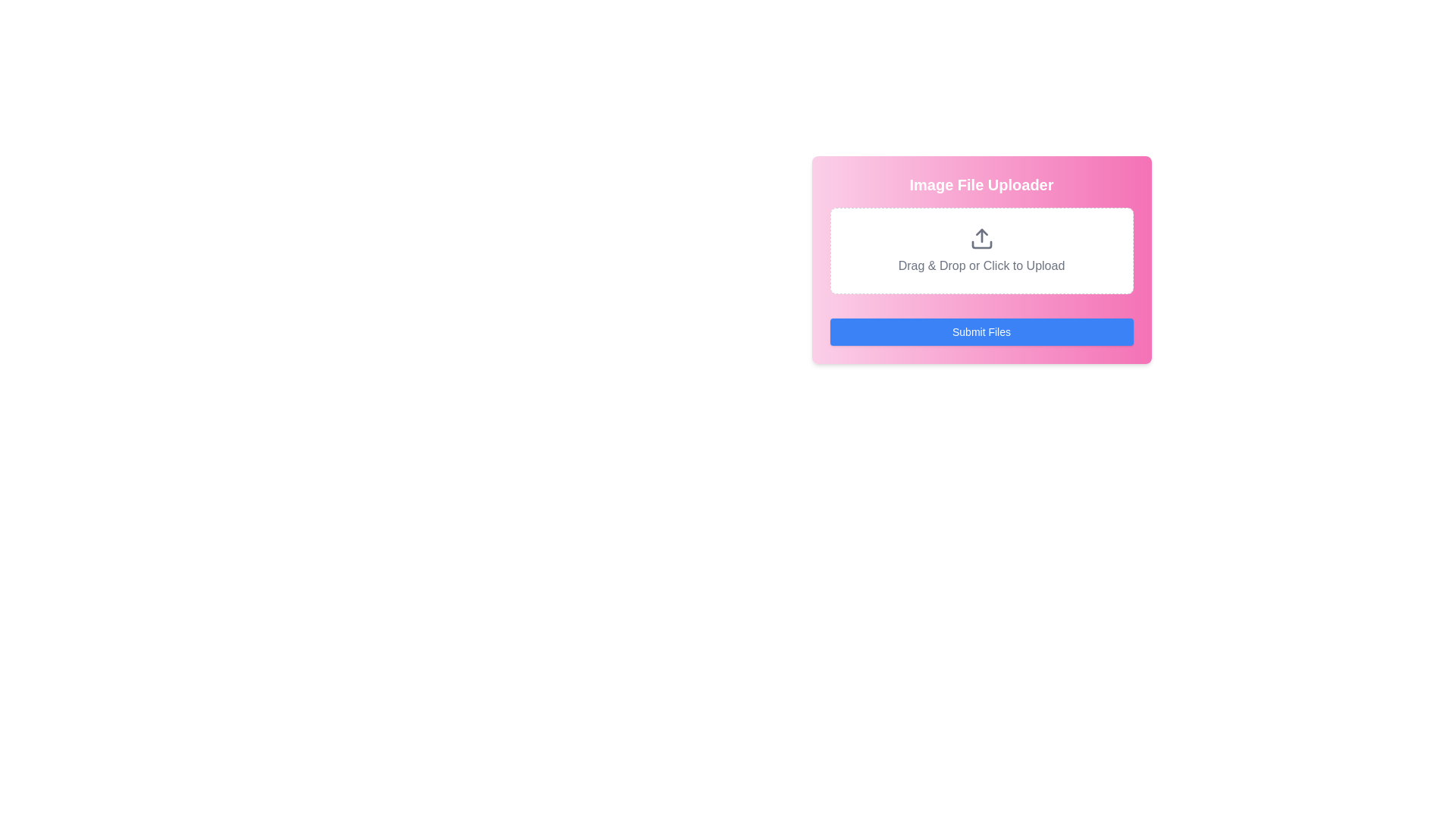 The image size is (1456, 819). I want to click on text content of the label stating 'Drag & Drop or Click to Upload' which is located centrally within the dashed border box of the file upload component, so click(981, 265).